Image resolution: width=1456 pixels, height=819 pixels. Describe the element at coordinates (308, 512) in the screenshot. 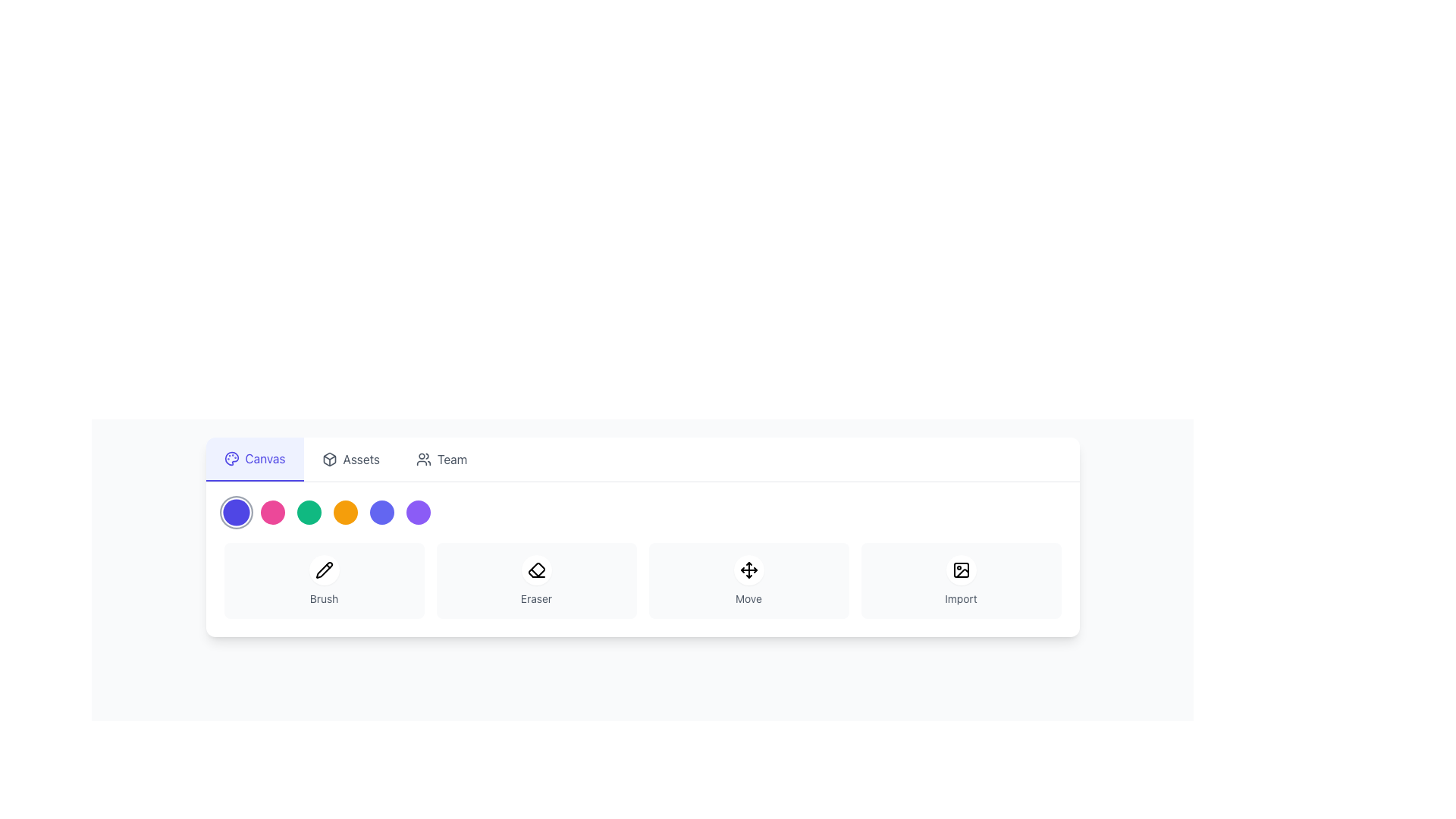

I see `the circular green button located below the main navigation tabs` at that location.